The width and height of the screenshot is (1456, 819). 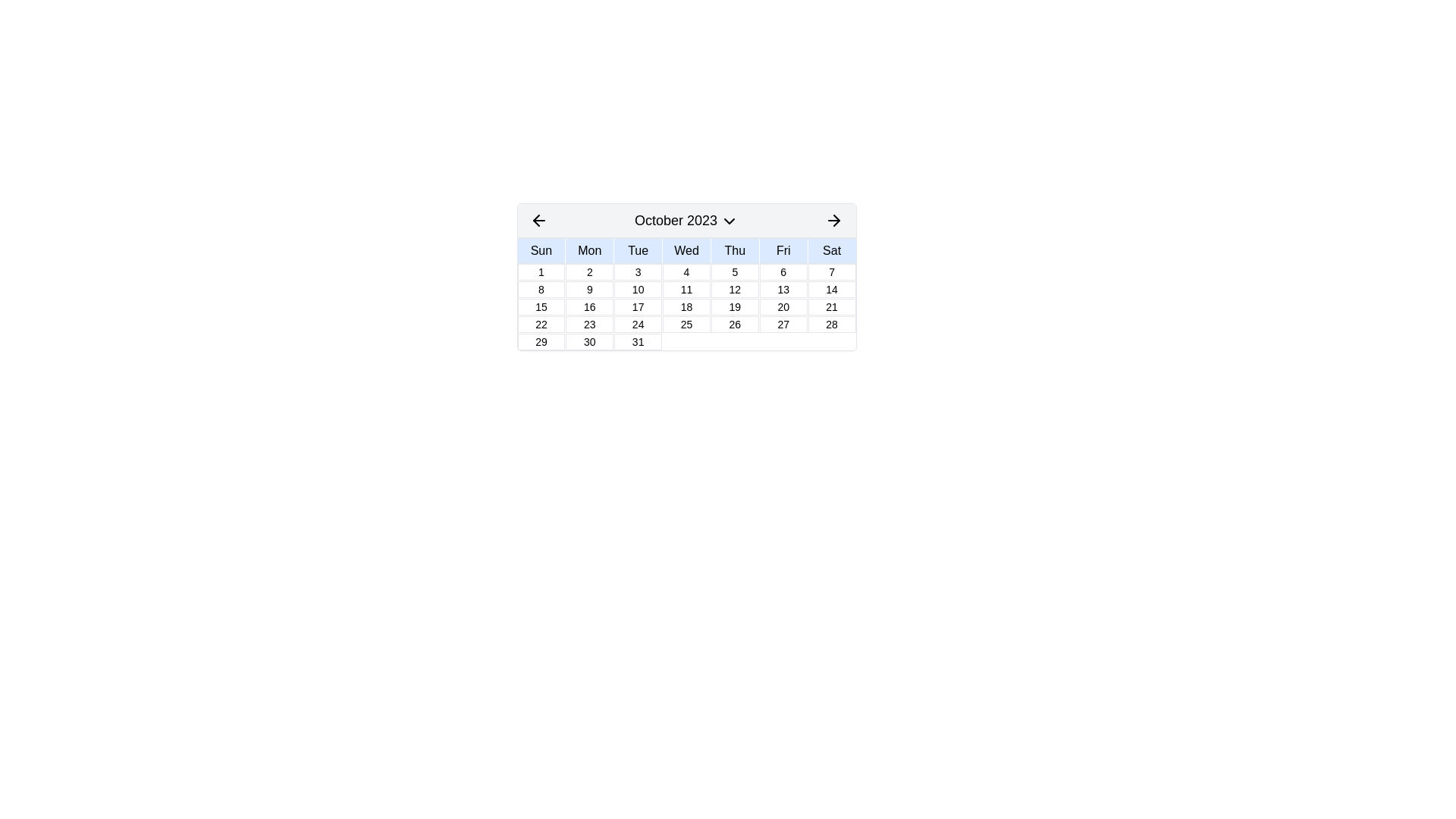 What do you see at coordinates (638, 271) in the screenshot?
I see `the Calendar Date Item displaying the date '3'` at bounding box center [638, 271].